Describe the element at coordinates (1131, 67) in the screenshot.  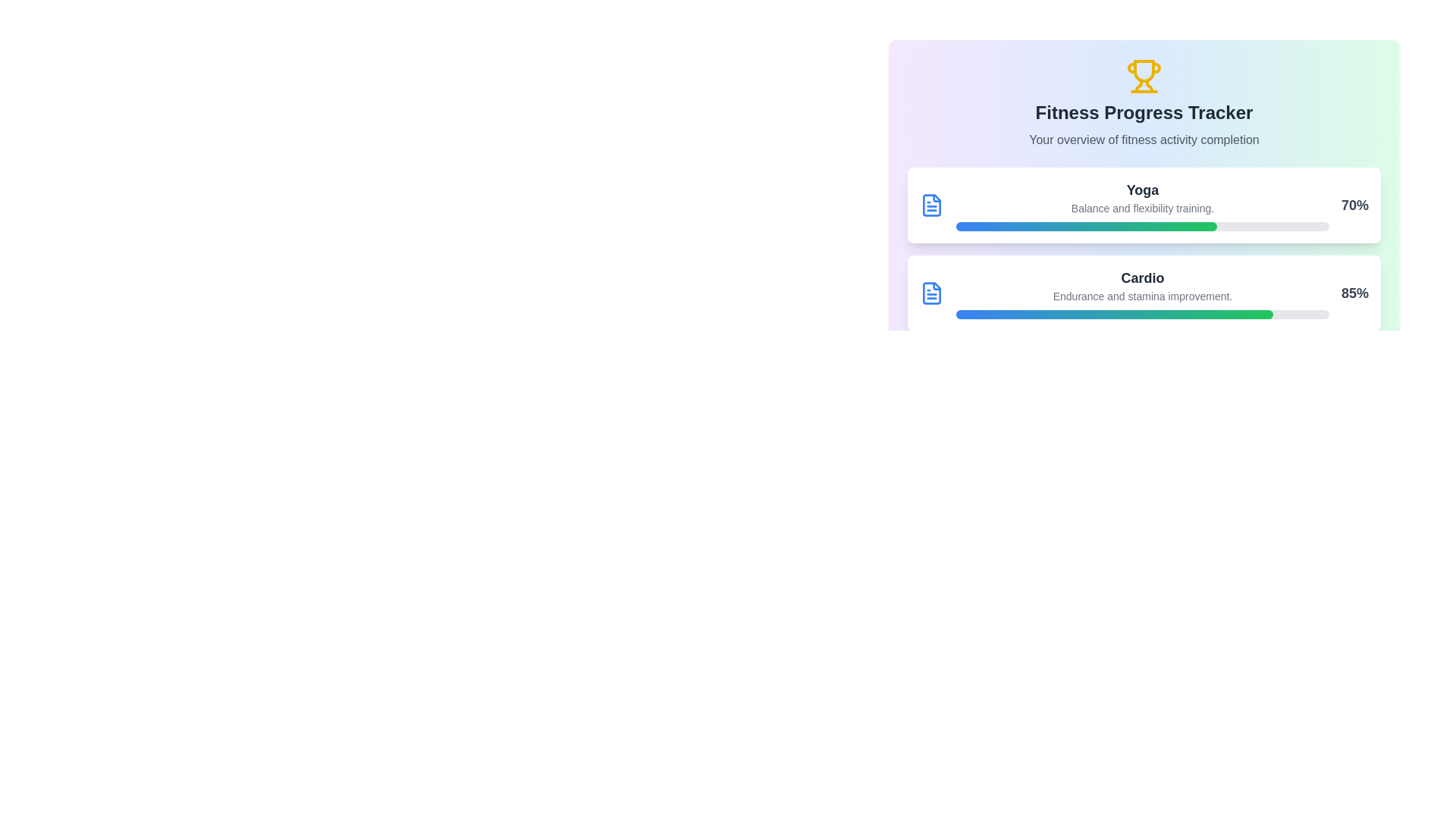
I see `the rounded rectangular protrusion at the base of the trophy icon in the top-central section of the layout, which is part of the 'Fitness Progress Tracker' heading` at that location.